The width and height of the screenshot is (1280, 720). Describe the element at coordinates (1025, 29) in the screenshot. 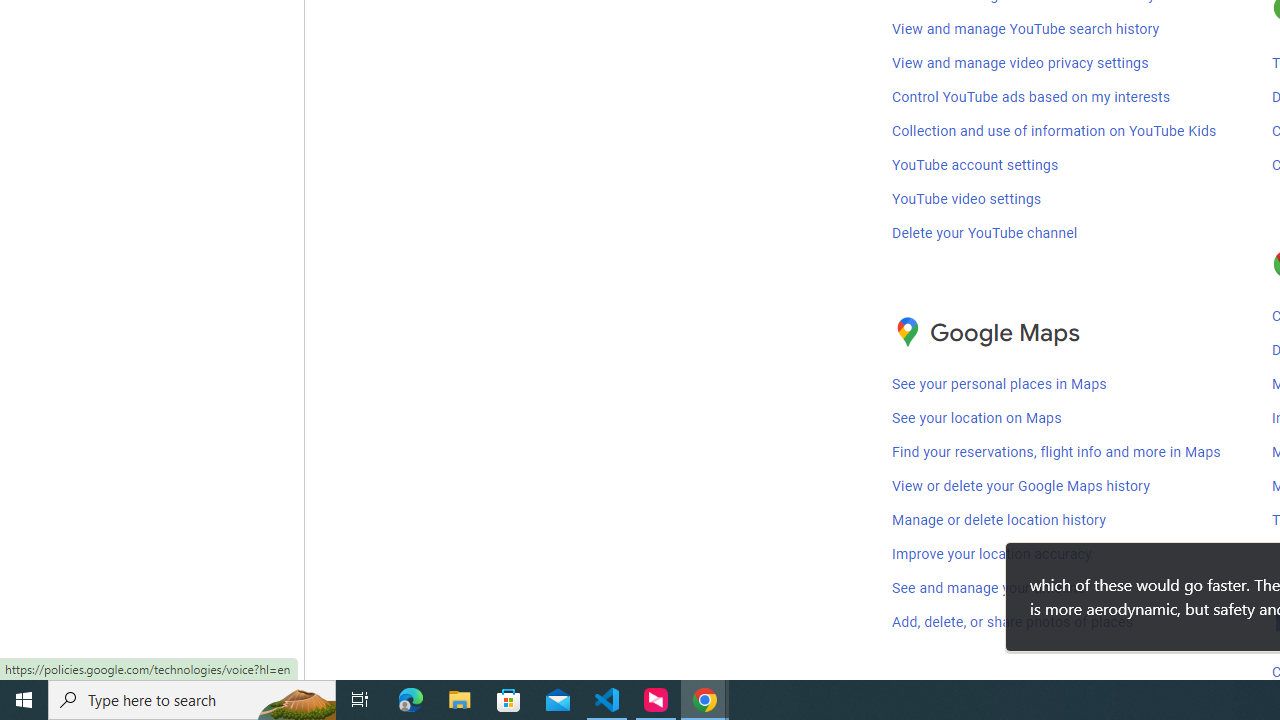

I see `'View and manage YouTube search history'` at that location.